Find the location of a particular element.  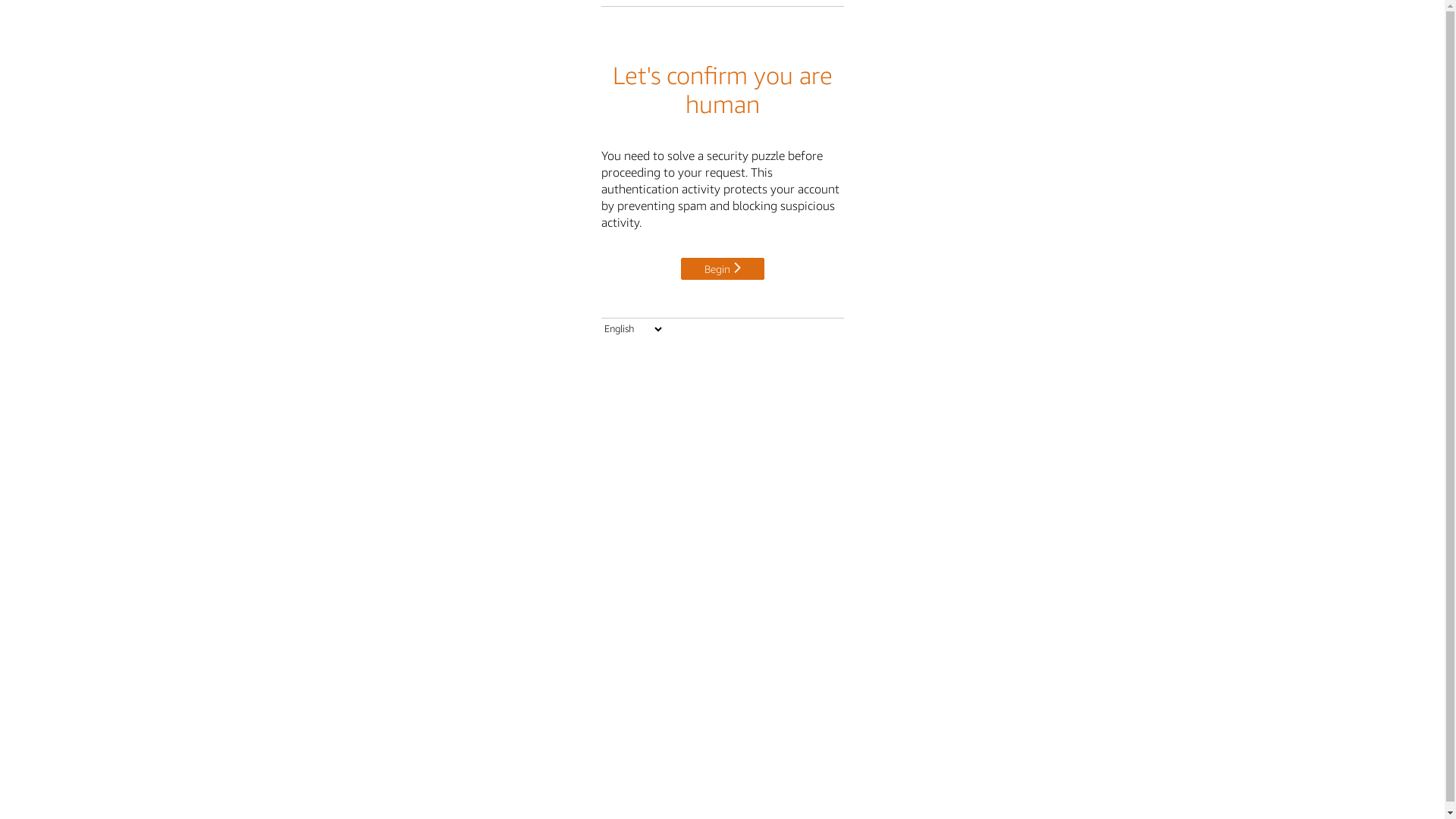

'Begin' is located at coordinates (722, 265).